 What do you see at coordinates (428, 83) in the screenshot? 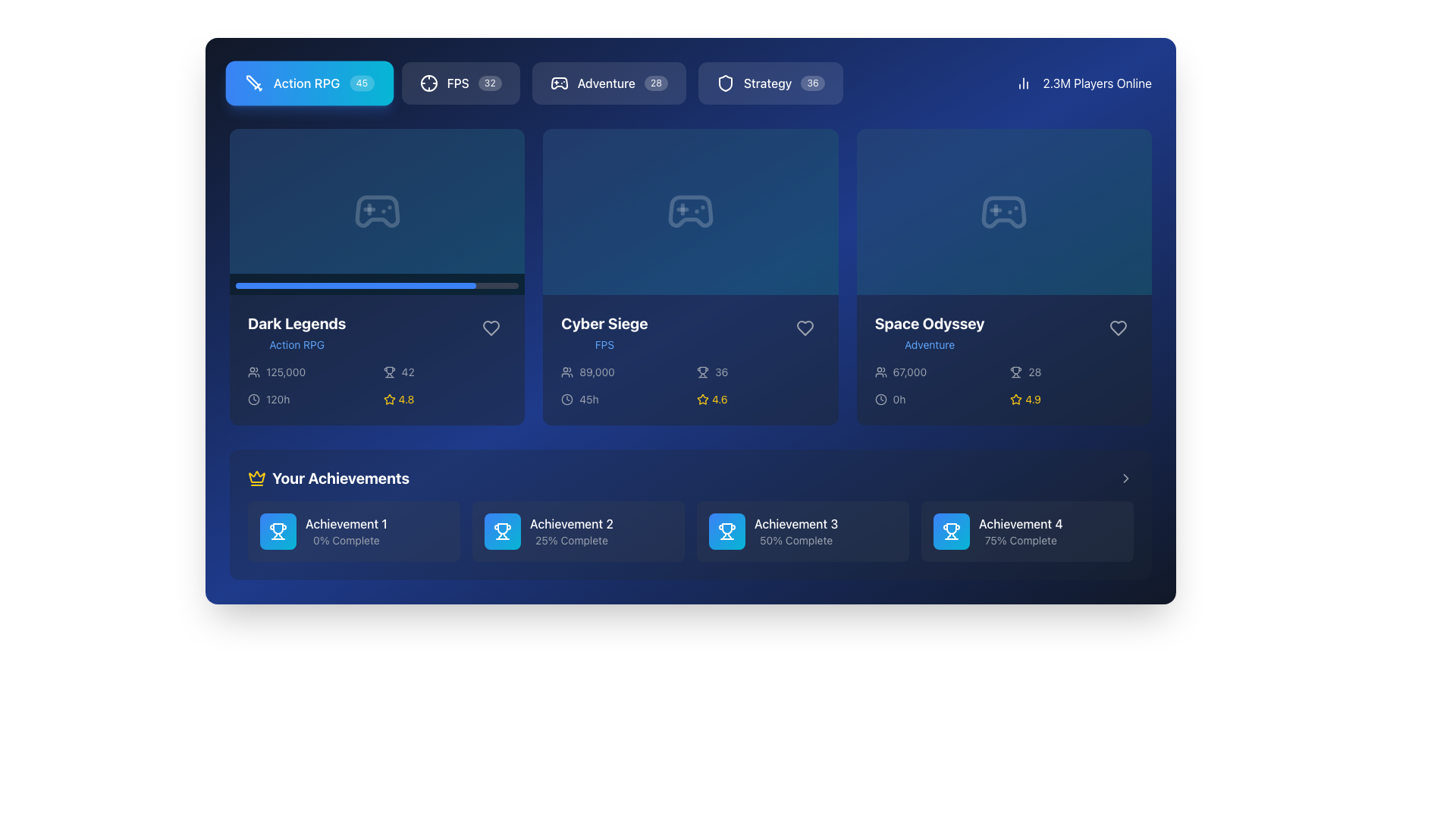
I see `the button surrounding the FPS icon` at bounding box center [428, 83].